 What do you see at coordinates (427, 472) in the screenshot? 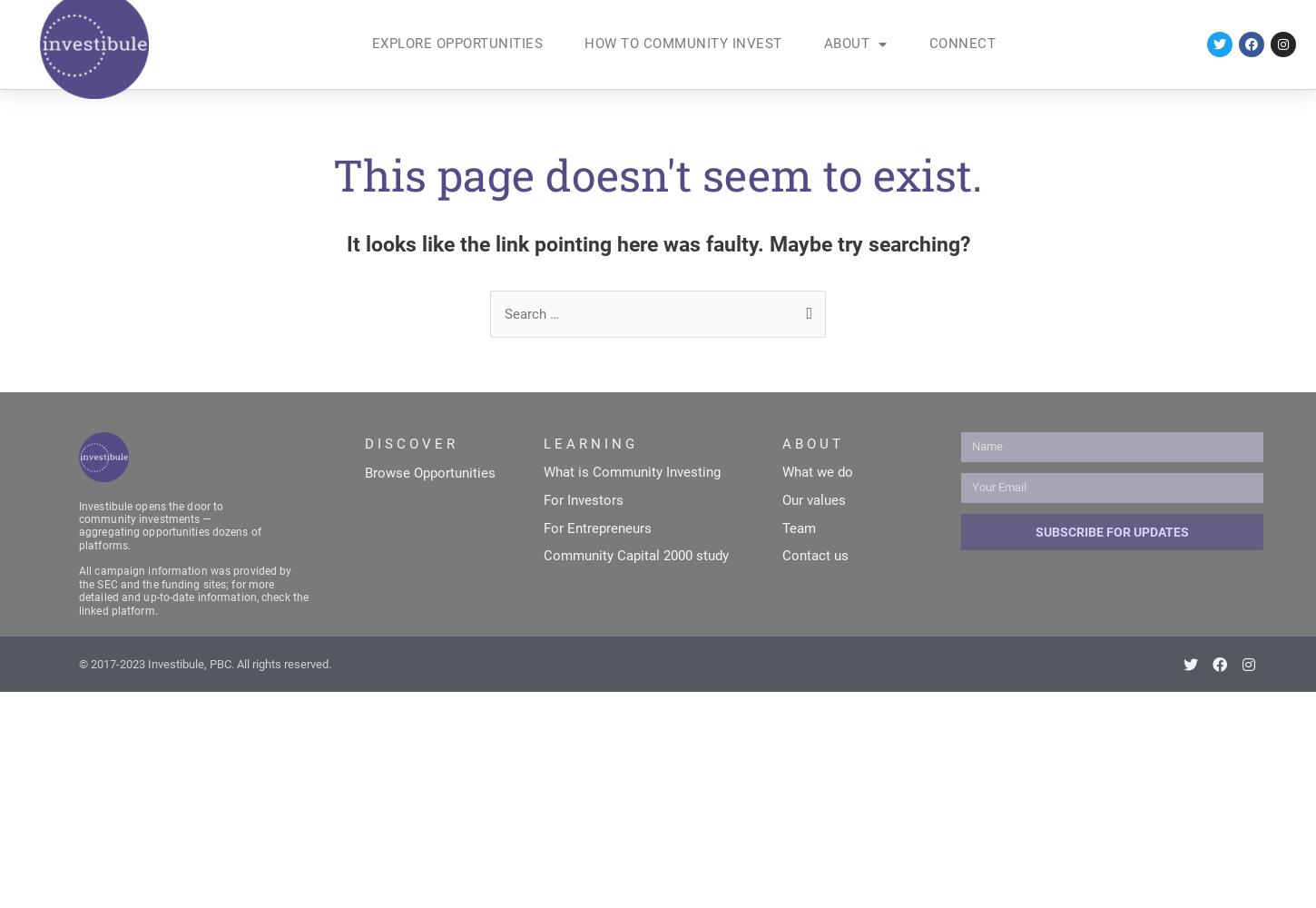
I see `'Browse Opportunities'` at bounding box center [427, 472].